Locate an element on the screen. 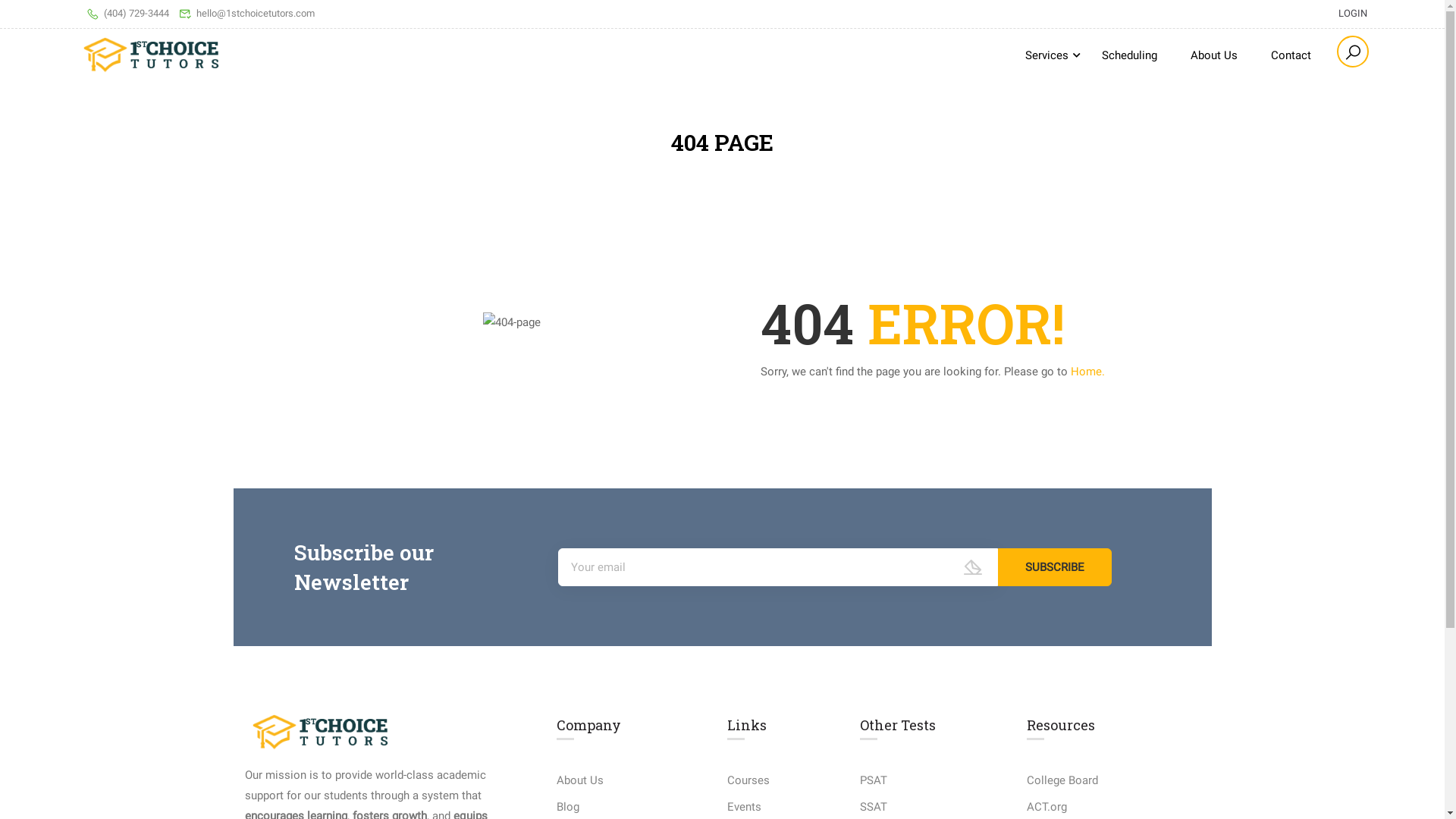  'Login' is located at coordinates (694, 437).